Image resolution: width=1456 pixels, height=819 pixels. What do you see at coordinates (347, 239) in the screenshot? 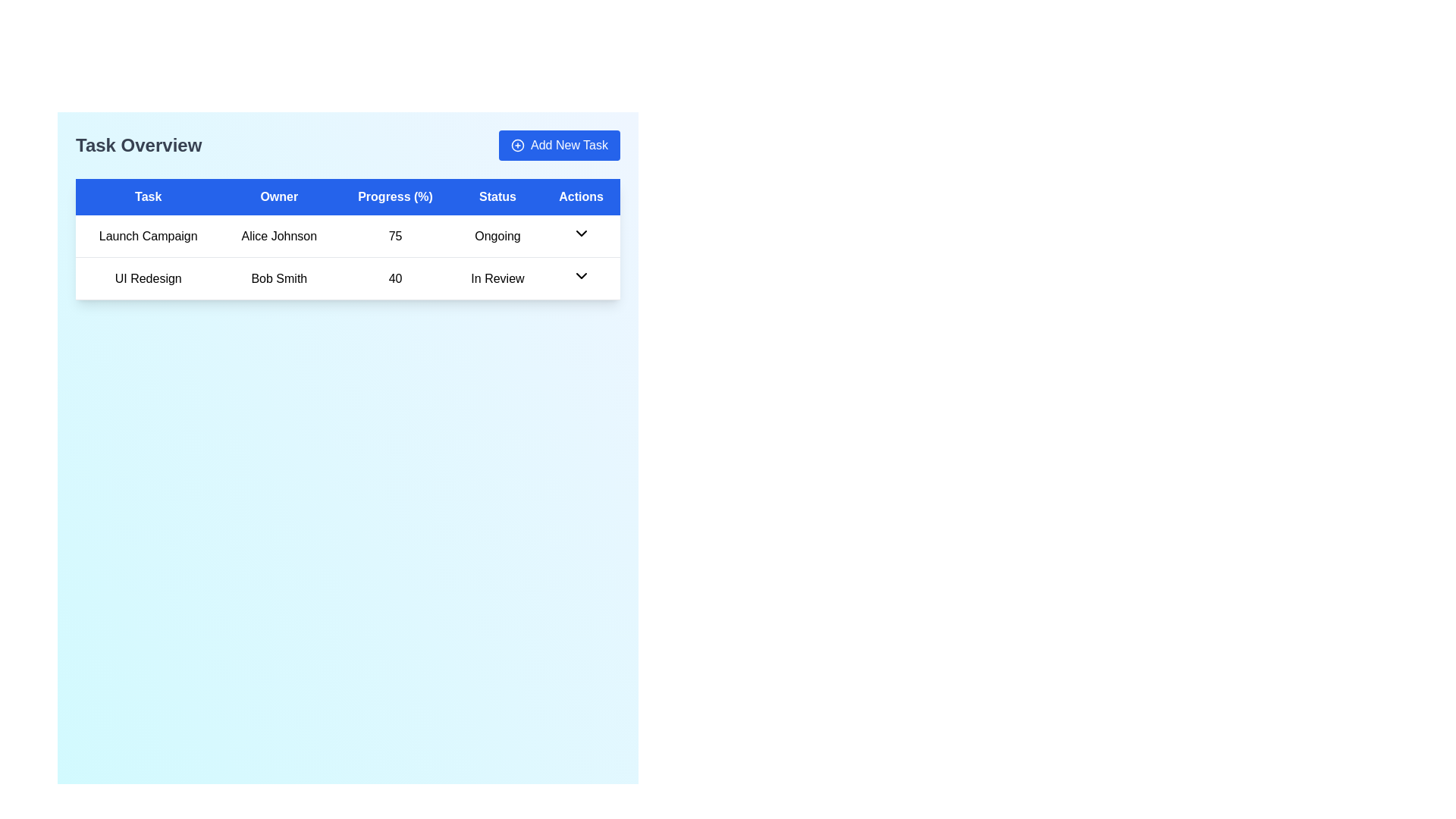
I see `each row in the task list table located below the 'Task Overview' title` at bounding box center [347, 239].